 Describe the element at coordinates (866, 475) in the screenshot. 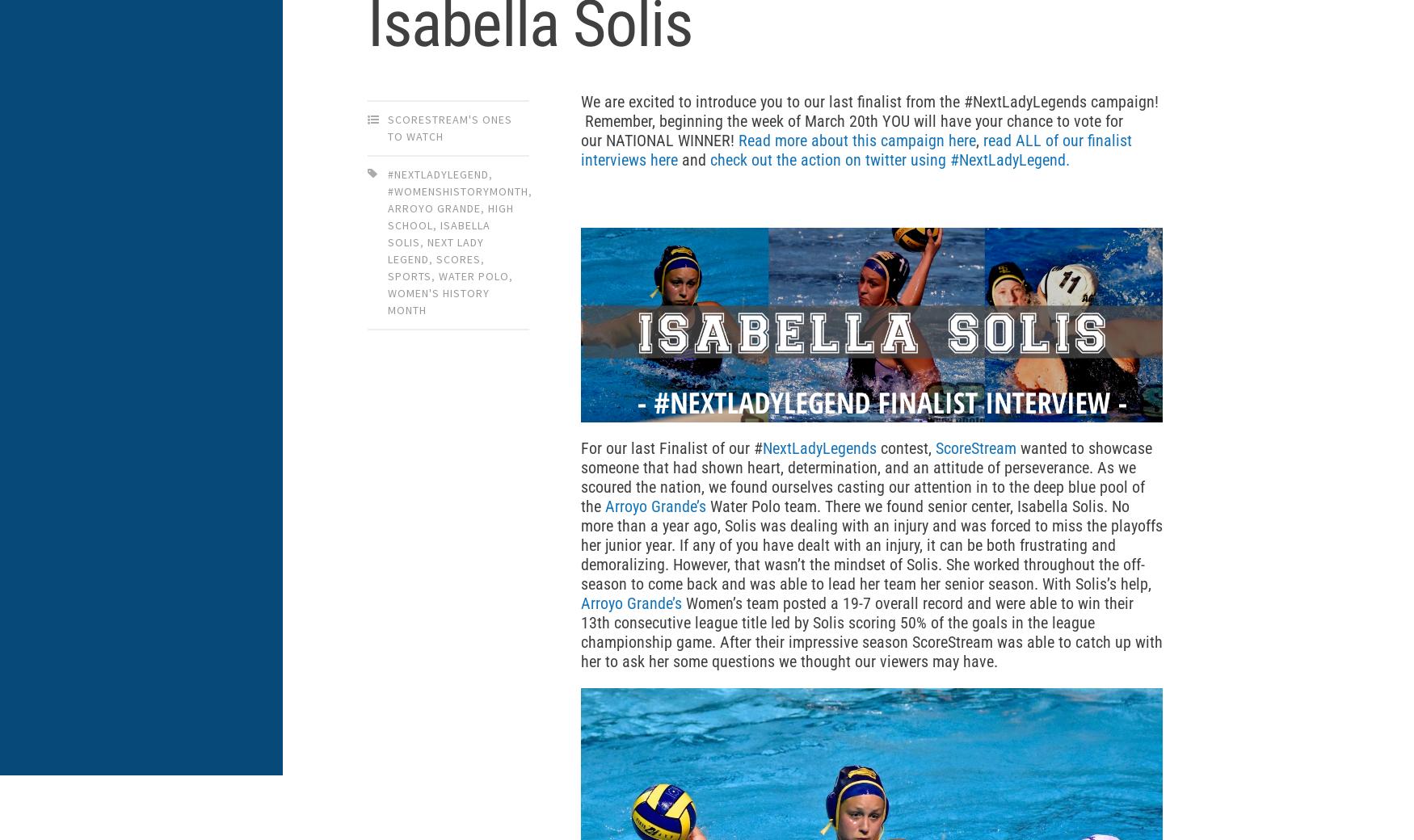

I see `'wanted to showcase someone that had shown heart, determination, and an attitude of perseverance. As we scoured the nation, we found ourselves casting our attention in to the deep blue pool of the'` at that location.